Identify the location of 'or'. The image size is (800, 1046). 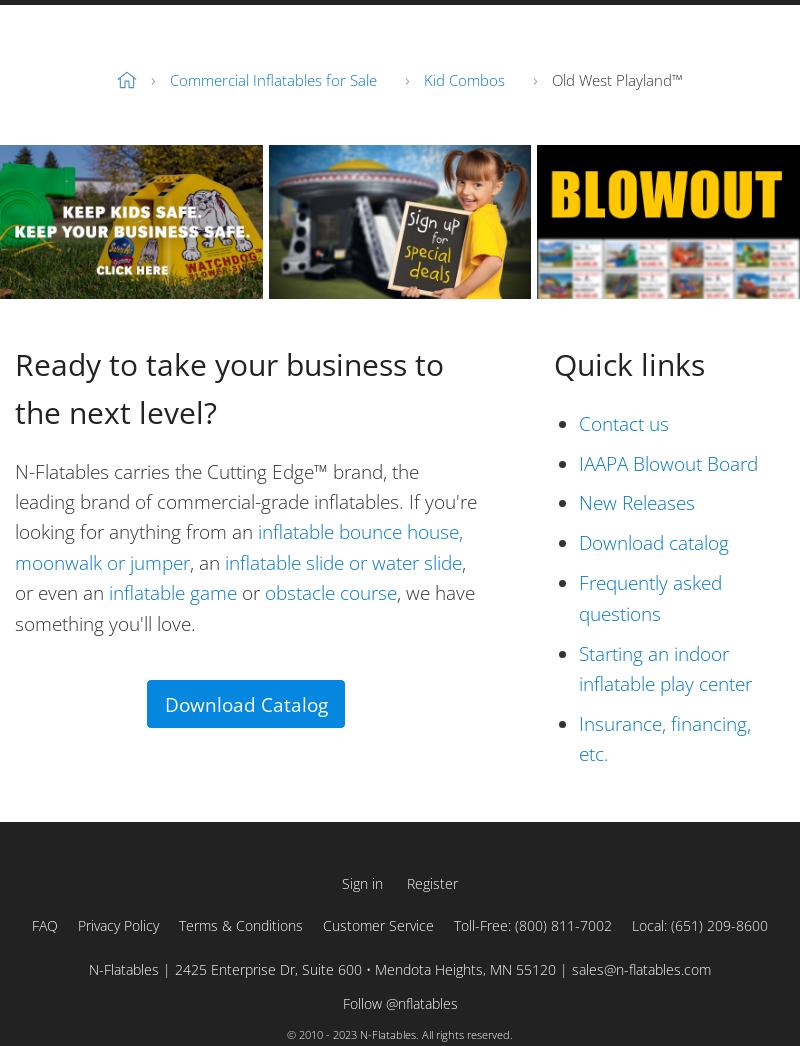
(249, 592).